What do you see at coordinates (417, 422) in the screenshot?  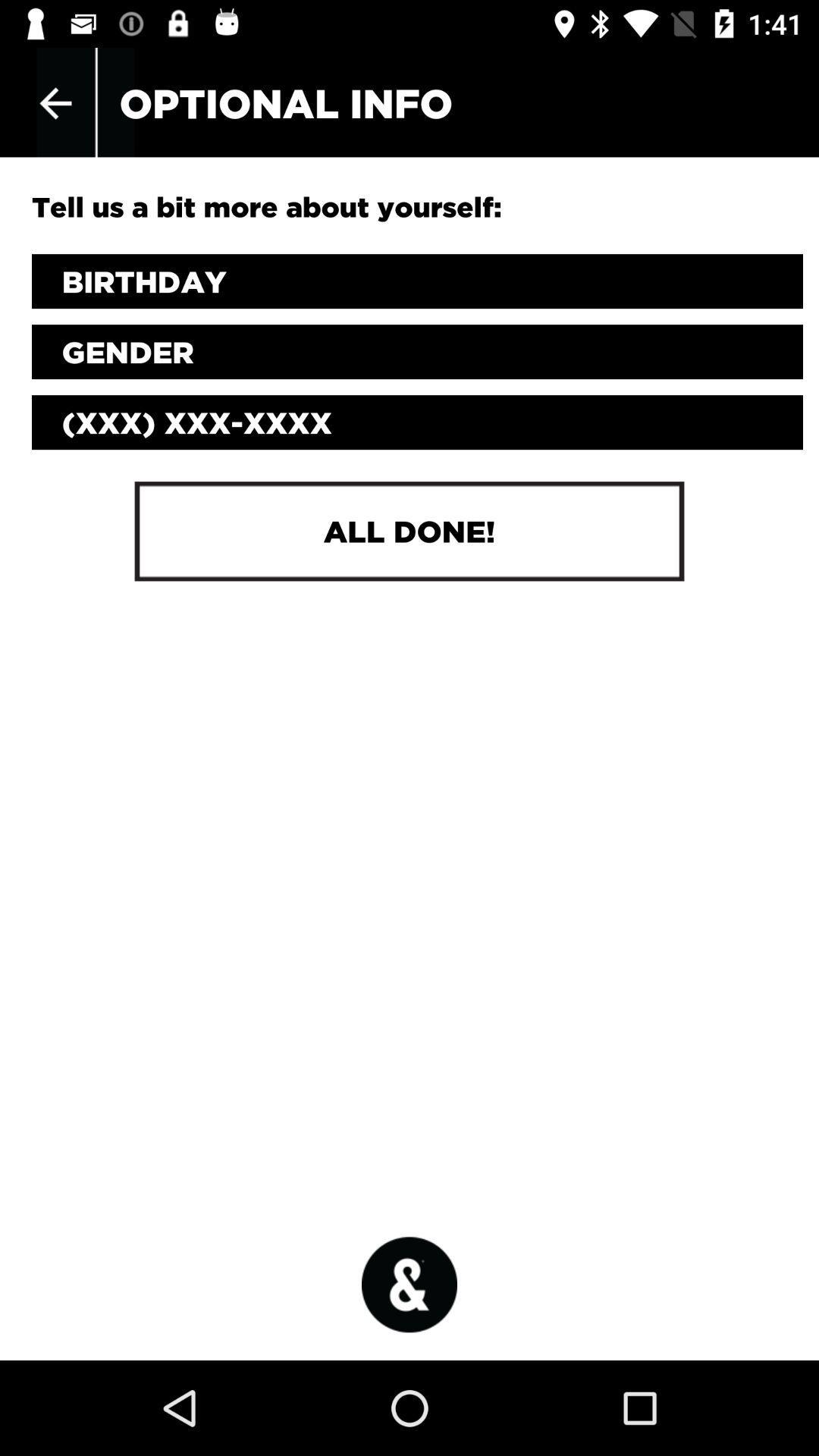 I see `text box for phone number` at bounding box center [417, 422].